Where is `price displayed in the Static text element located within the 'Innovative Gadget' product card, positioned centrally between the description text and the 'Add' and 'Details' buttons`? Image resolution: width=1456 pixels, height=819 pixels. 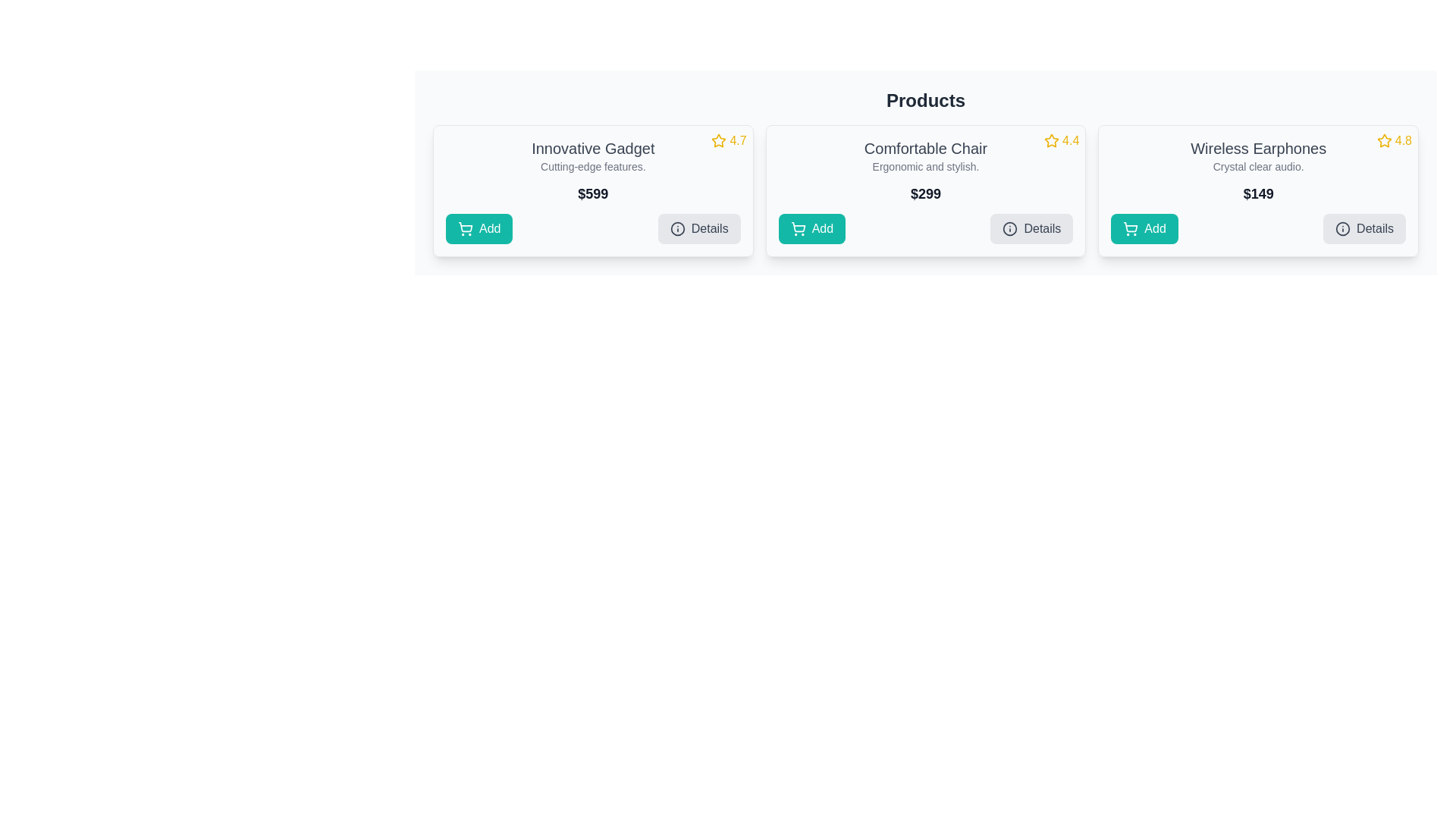 price displayed in the Static text element located within the 'Innovative Gadget' product card, positioned centrally between the description text and the 'Add' and 'Details' buttons is located at coordinates (592, 193).